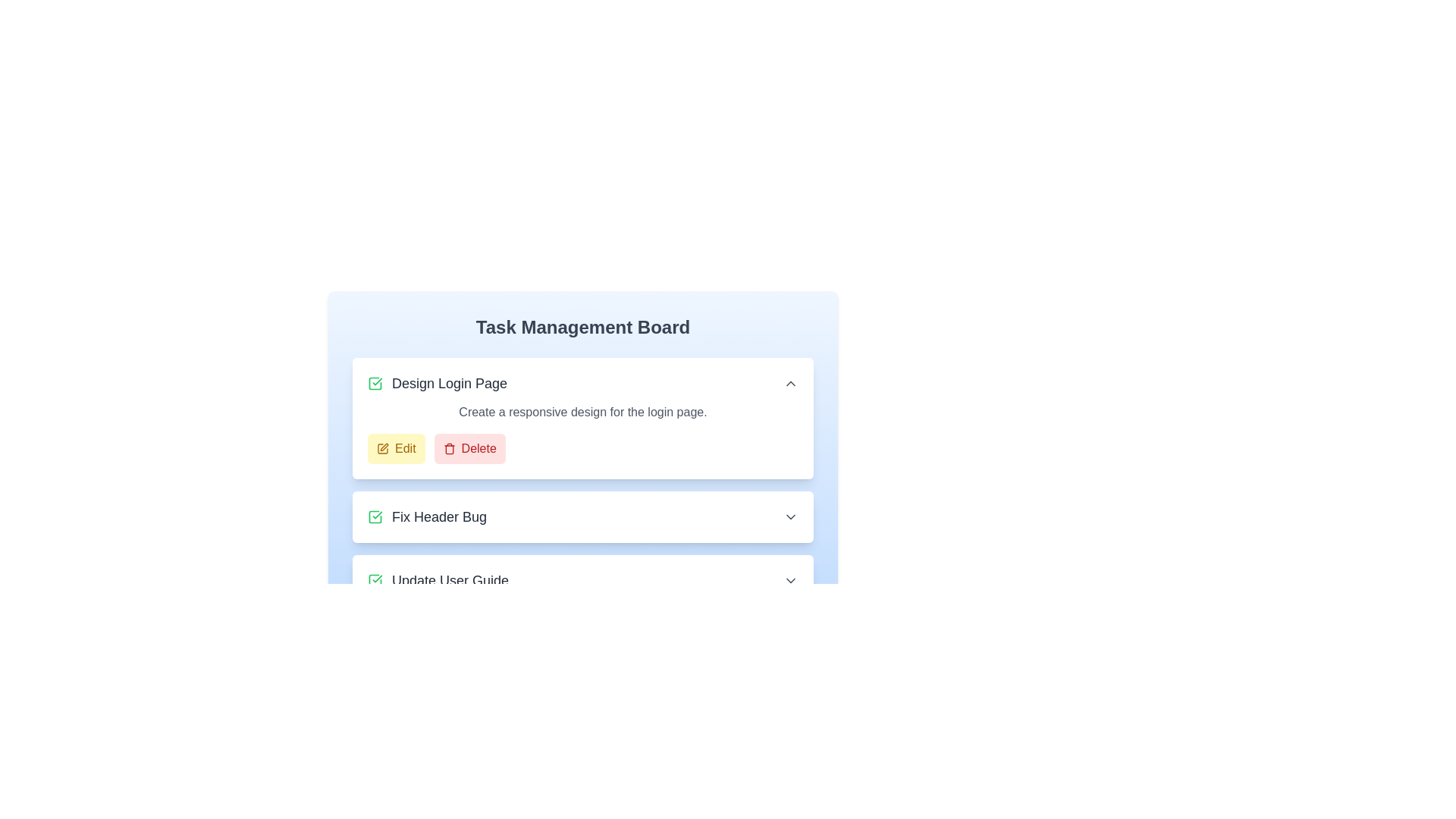 This screenshot has height=819, width=1456. I want to click on the task with title 'Fix Header Bug', so click(425, 516).